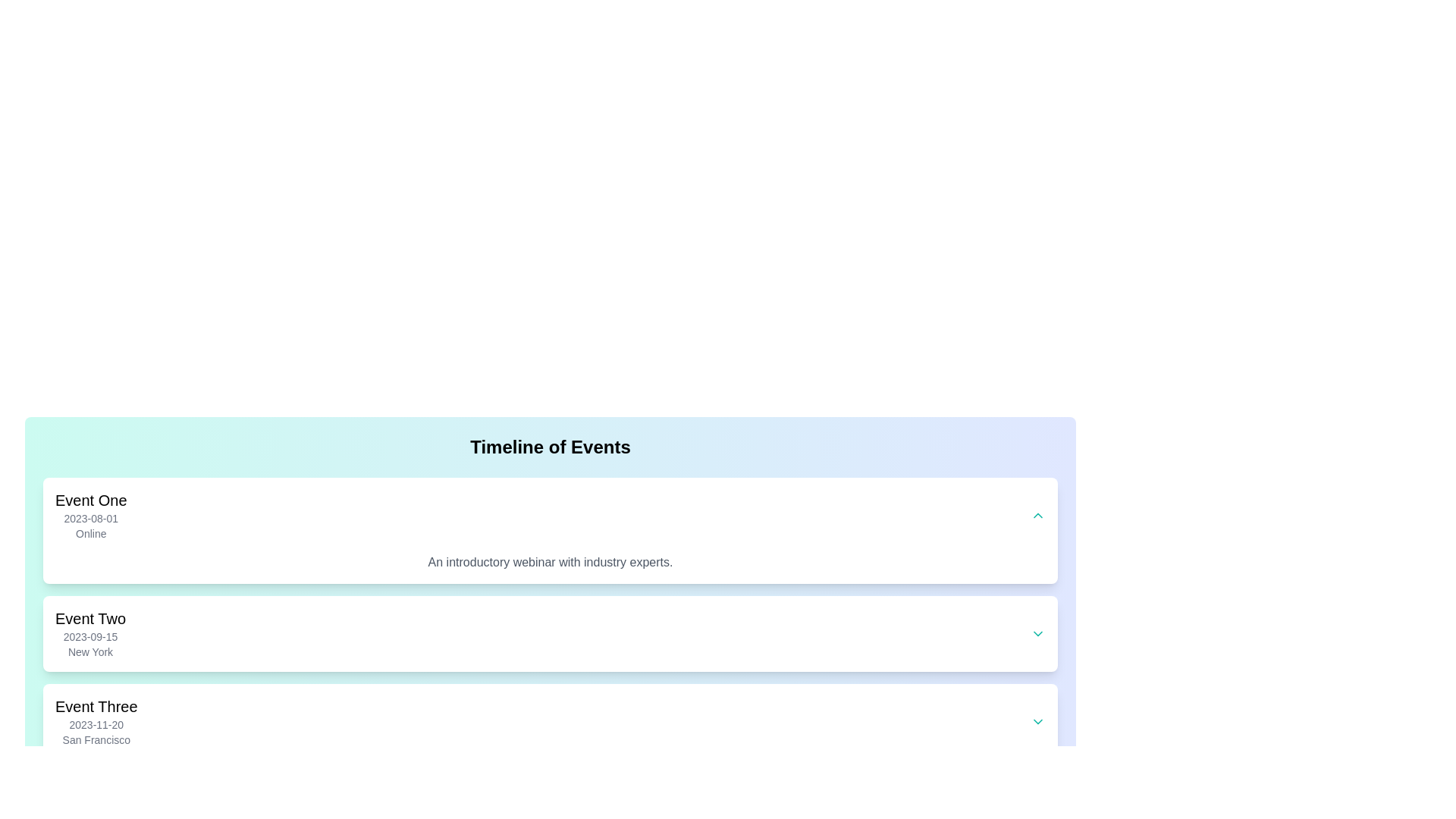 The height and width of the screenshot is (819, 1456). I want to click on the bold, centered header text reading 'Timeline of Events', which is styled with a semi-bold weight in black on a light gradient background, so click(549, 447).